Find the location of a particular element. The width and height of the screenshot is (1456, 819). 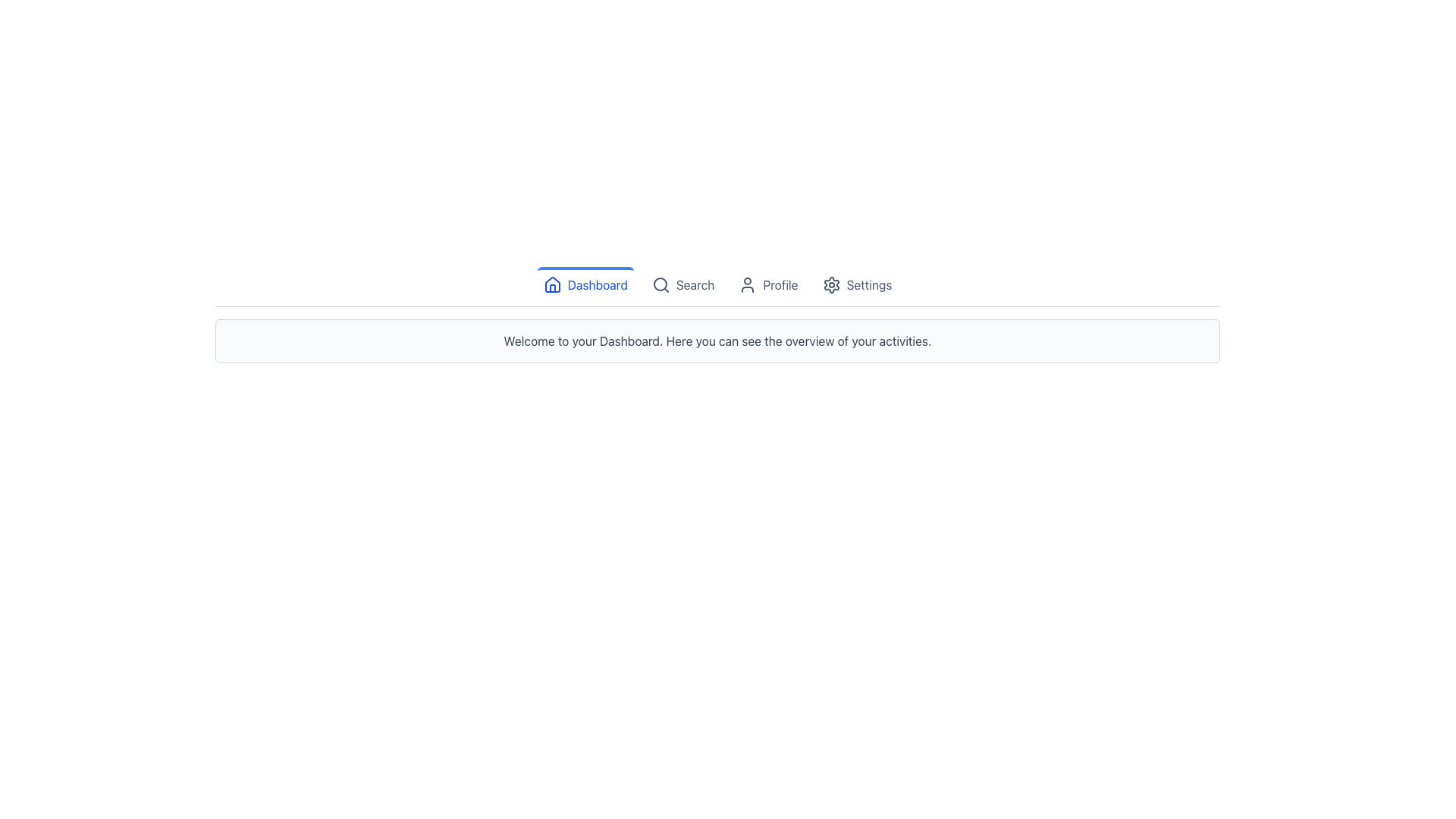

the text label 'Dashboard' in the top navigation bar is located at coordinates (597, 284).